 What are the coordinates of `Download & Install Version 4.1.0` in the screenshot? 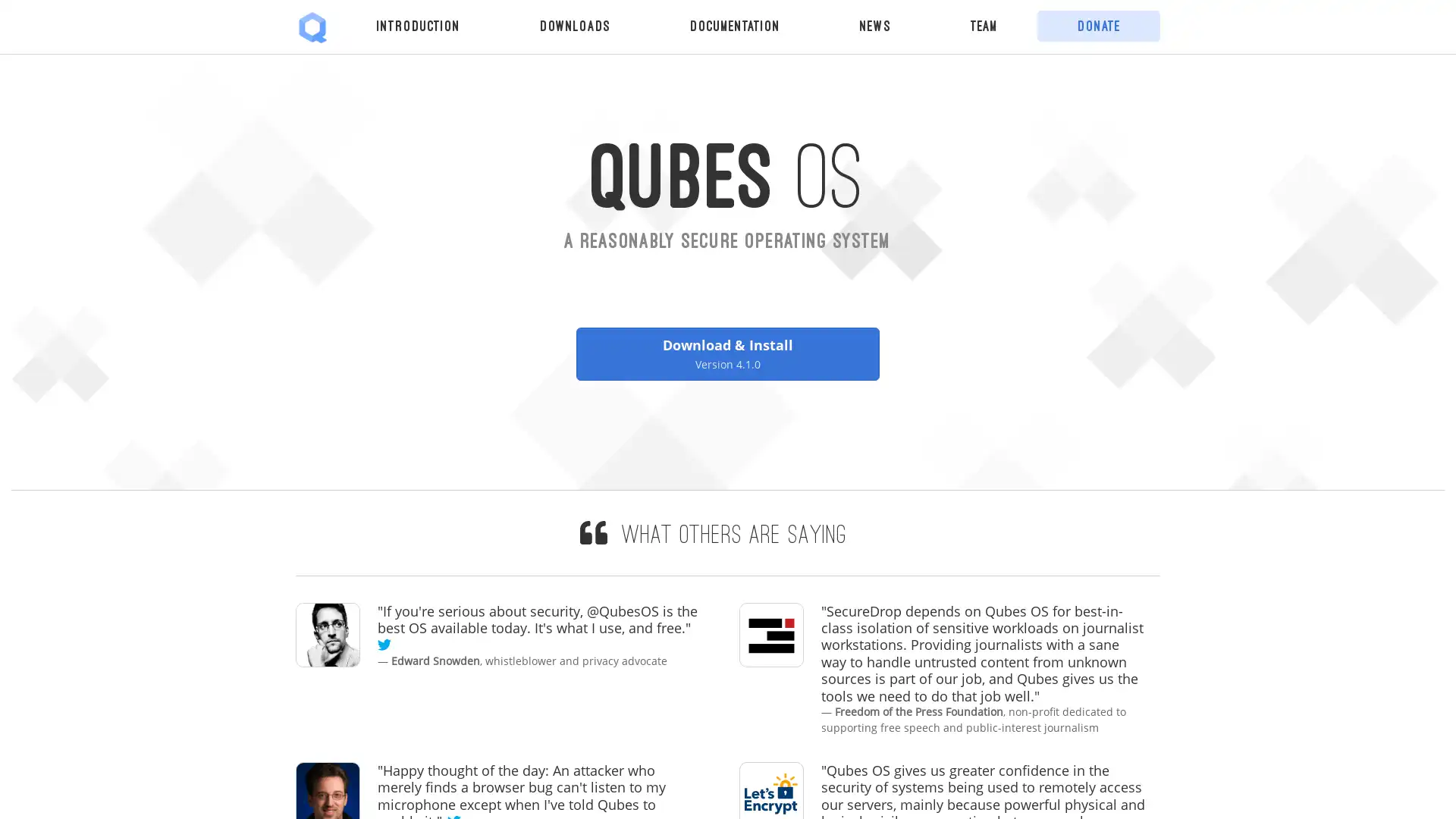 It's located at (726, 353).